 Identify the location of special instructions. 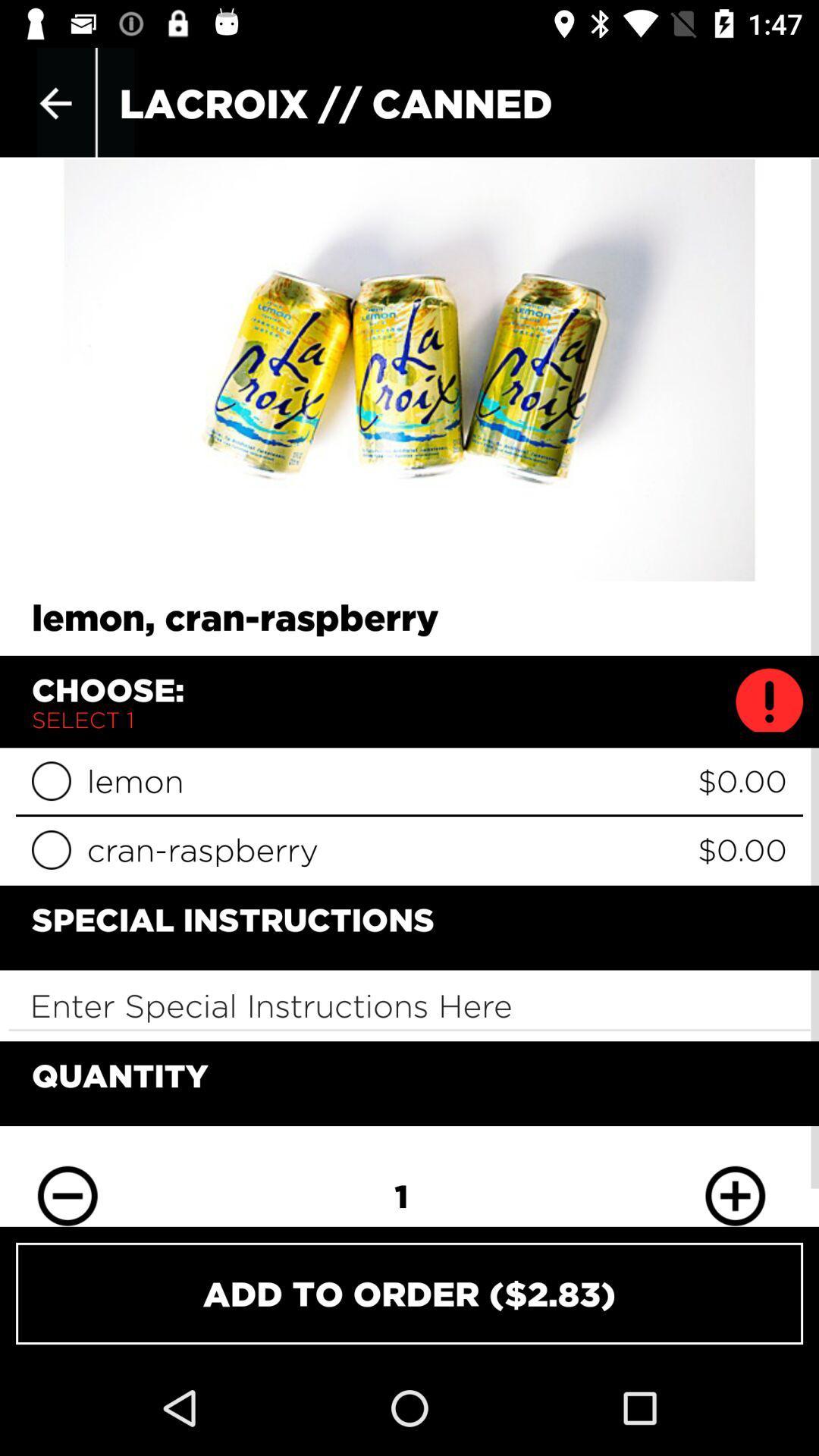
(409, 1006).